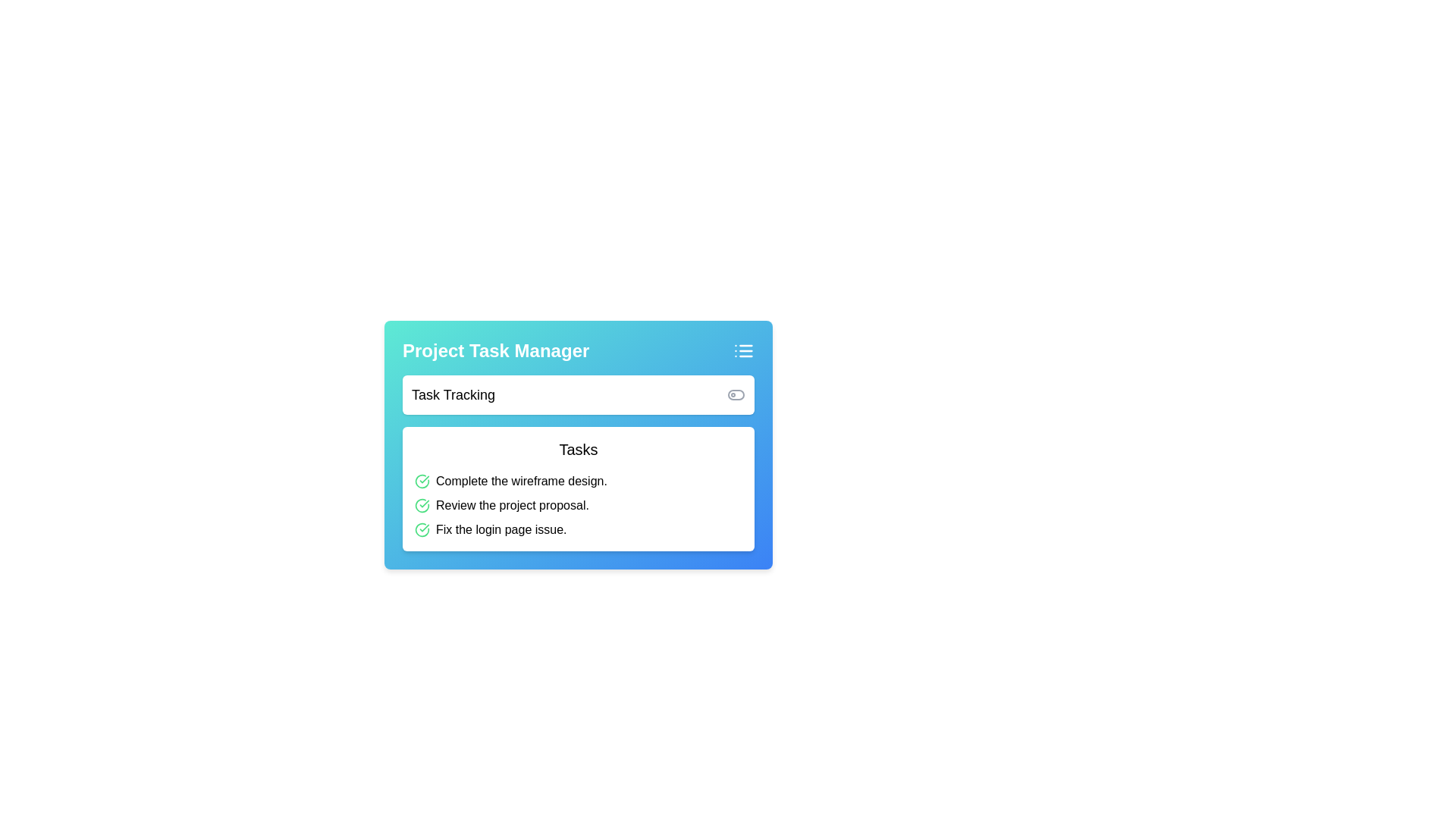 The width and height of the screenshot is (1456, 819). What do you see at coordinates (736, 394) in the screenshot?
I see `the toggle switch icon located at the right end of the 'Task Tracking' section to change its state` at bounding box center [736, 394].